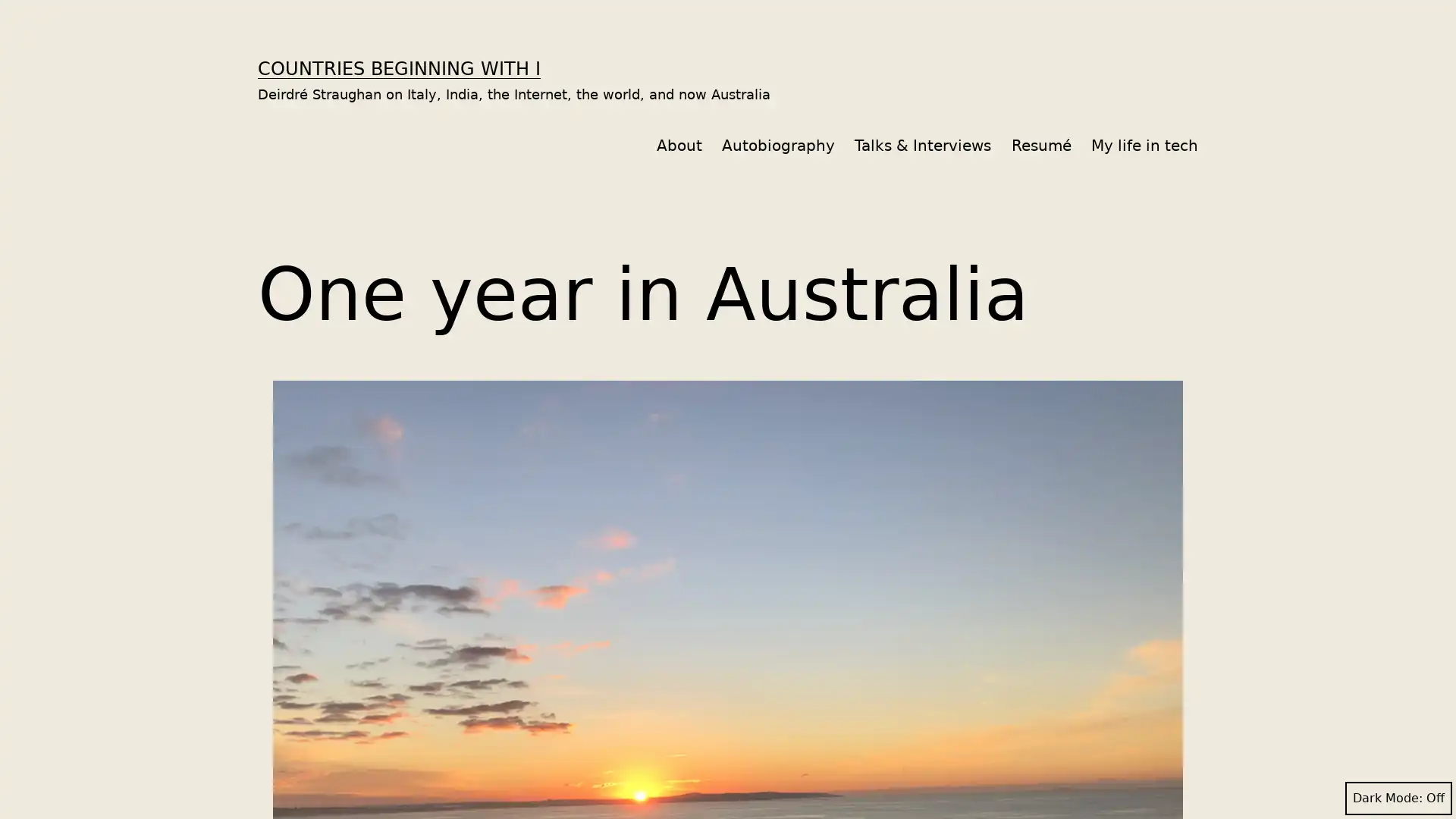 The width and height of the screenshot is (1456, 819). Describe the element at coordinates (1398, 798) in the screenshot. I see `Dark Mode:` at that location.